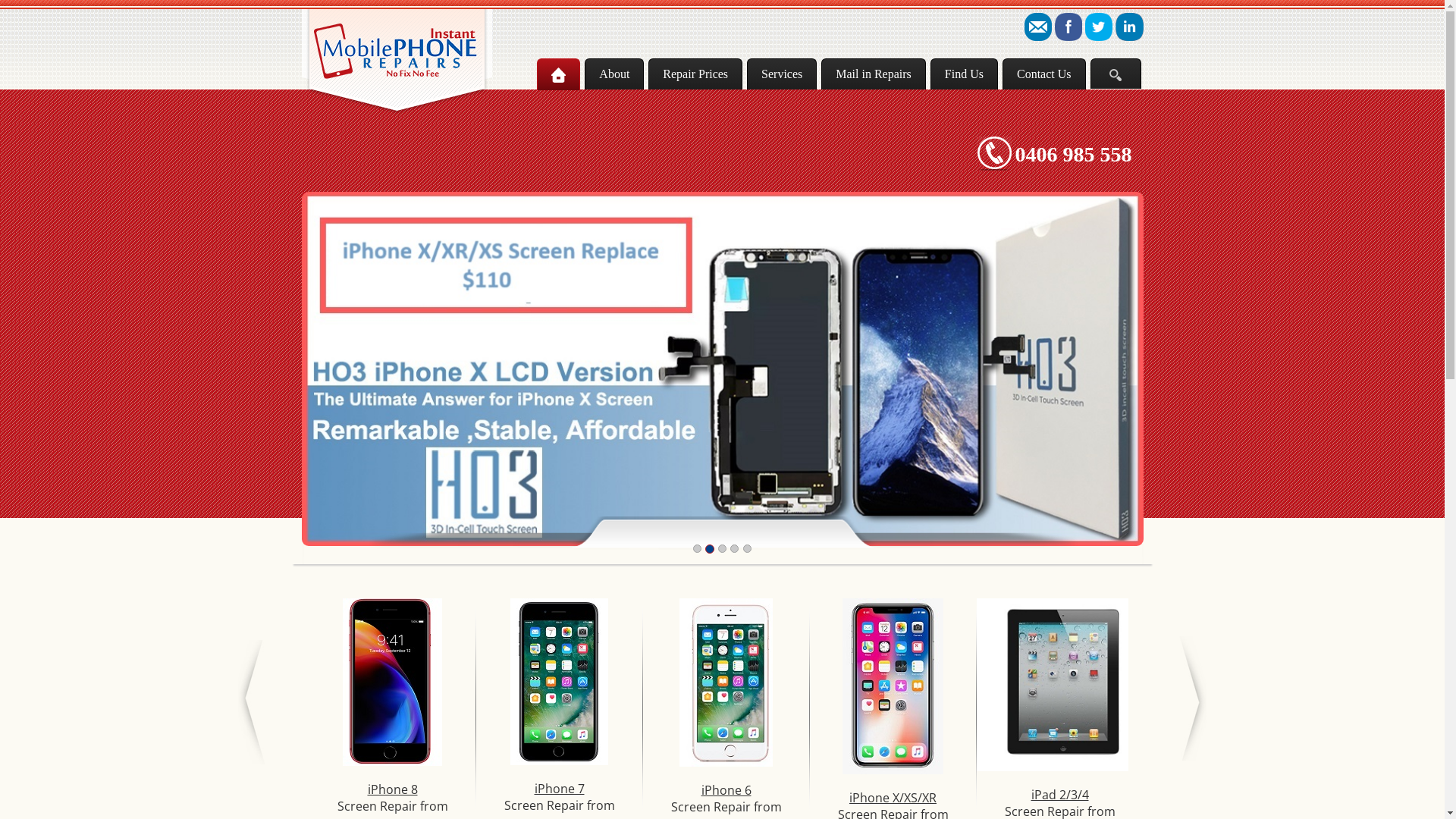  What do you see at coordinates (614, 74) in the screenshot?
I see `'About'` at bounding box center [614, 74].